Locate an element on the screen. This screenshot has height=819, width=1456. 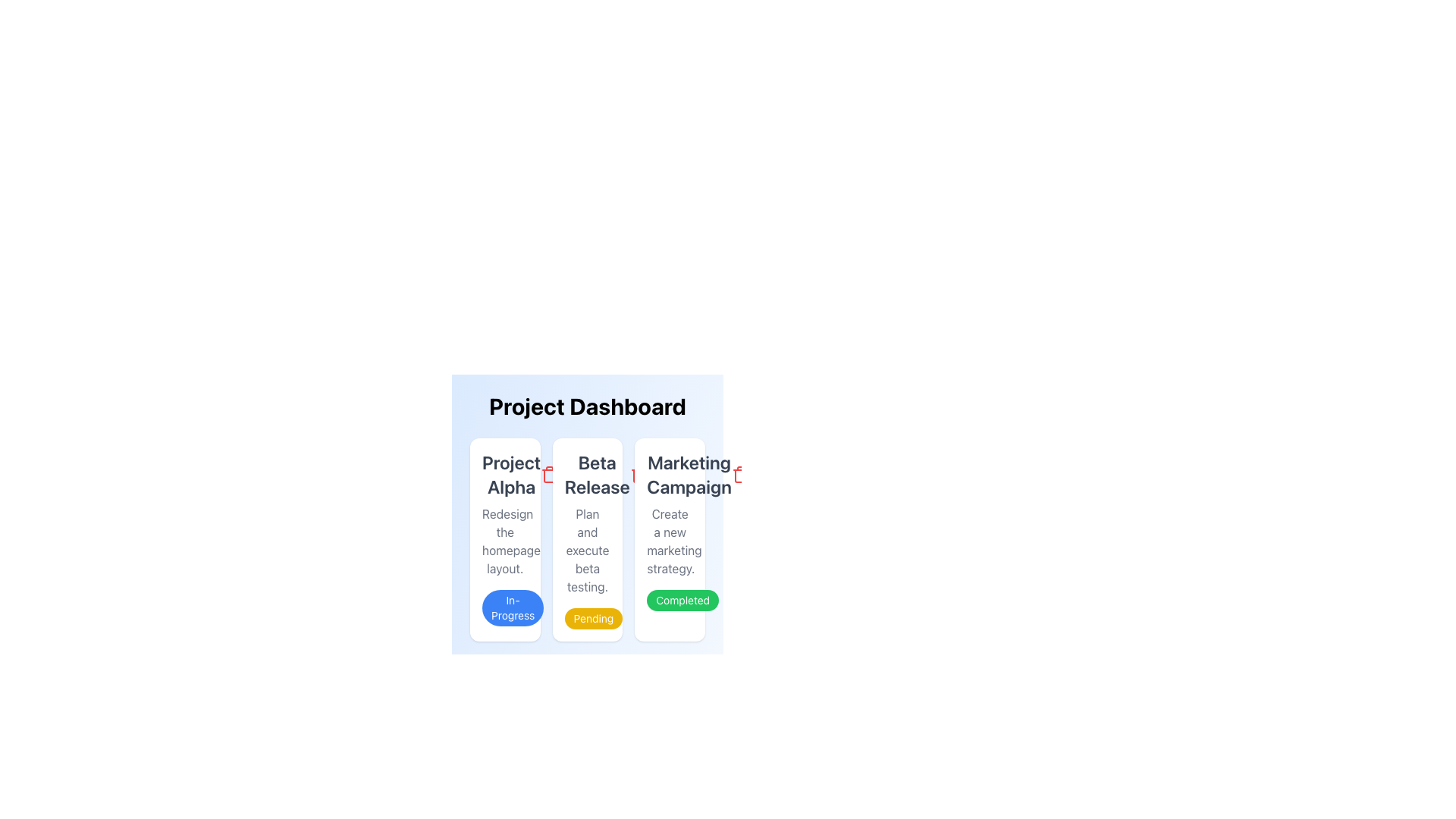
the blue-colored badge with rounded edges displaying 'In-Progress', located beneath the text 'Redesign the homepage layout.' on the card labeled 'Project Alpha' is located at coordinates (513, 607).